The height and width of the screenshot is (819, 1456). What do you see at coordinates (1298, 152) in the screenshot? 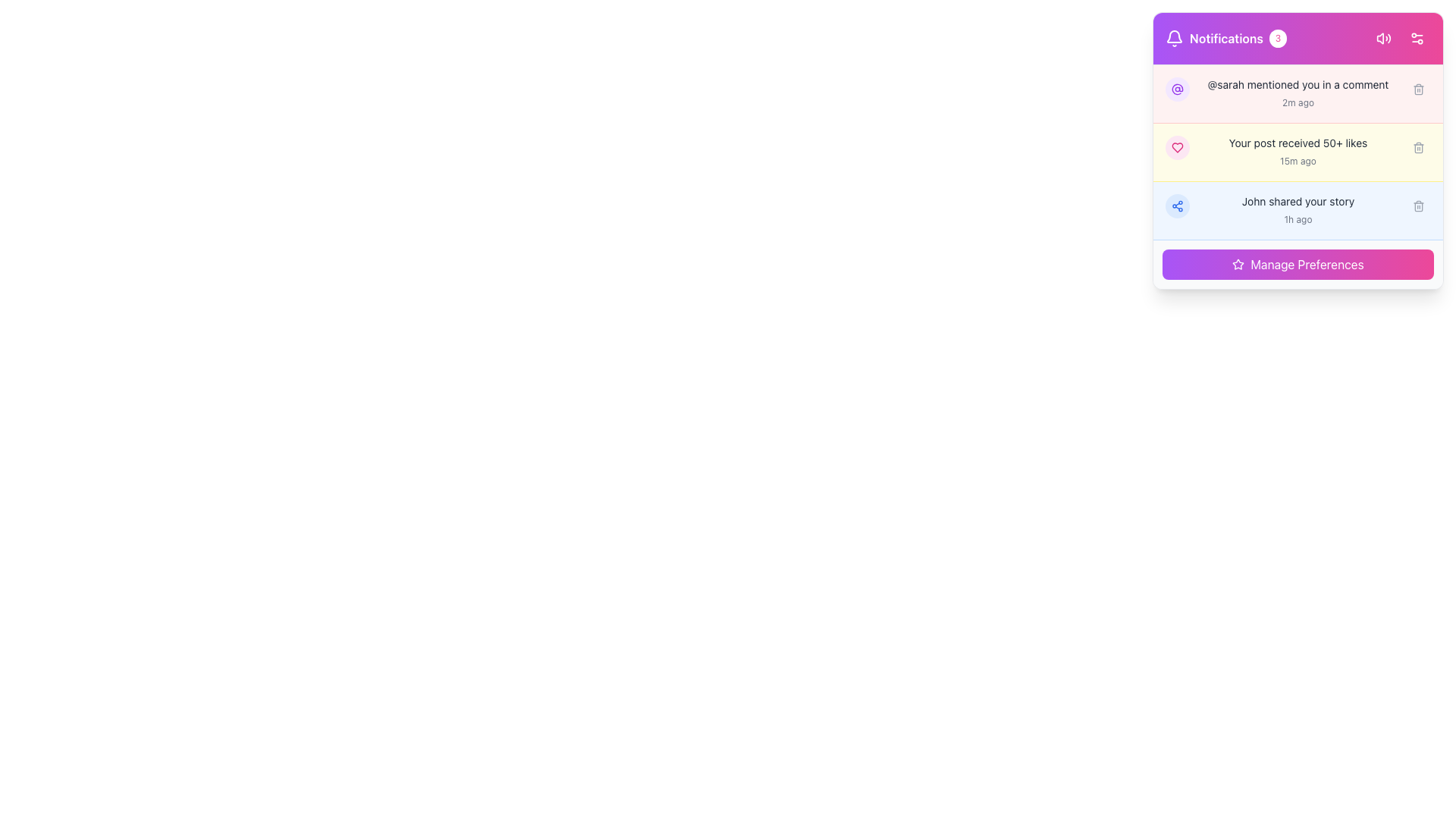
I see `notification text that informs the user about their post receiving over 50 likes, which is the second notification item in the list` at bounding box center [1298, 152].